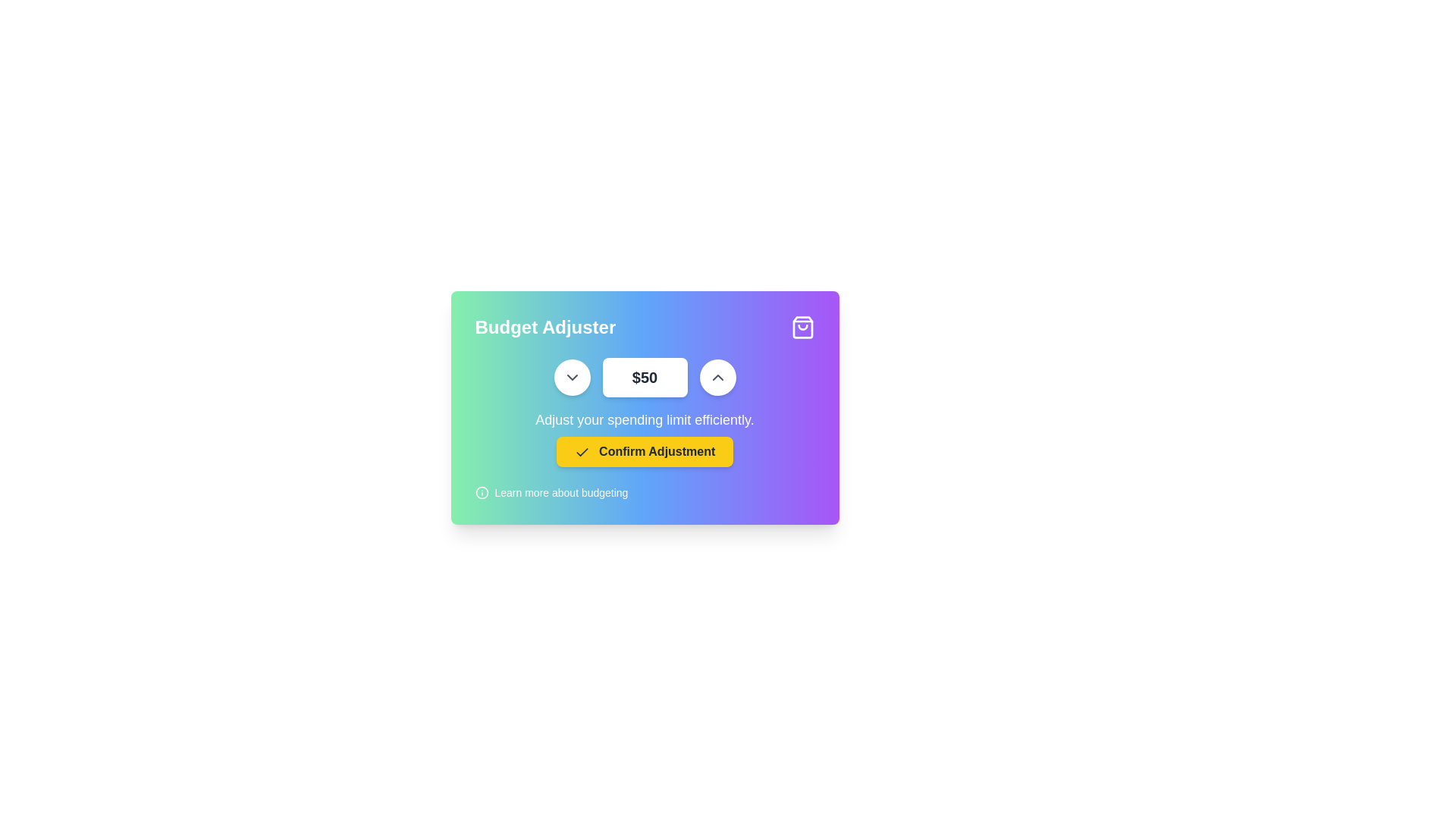 This screenshot has width=1456, height=819. What do you see at coordinates (560, 493) in the screenshot?
I see `the Text label located at the bottom-left corner of the panel` at bounding box center [560, 493].